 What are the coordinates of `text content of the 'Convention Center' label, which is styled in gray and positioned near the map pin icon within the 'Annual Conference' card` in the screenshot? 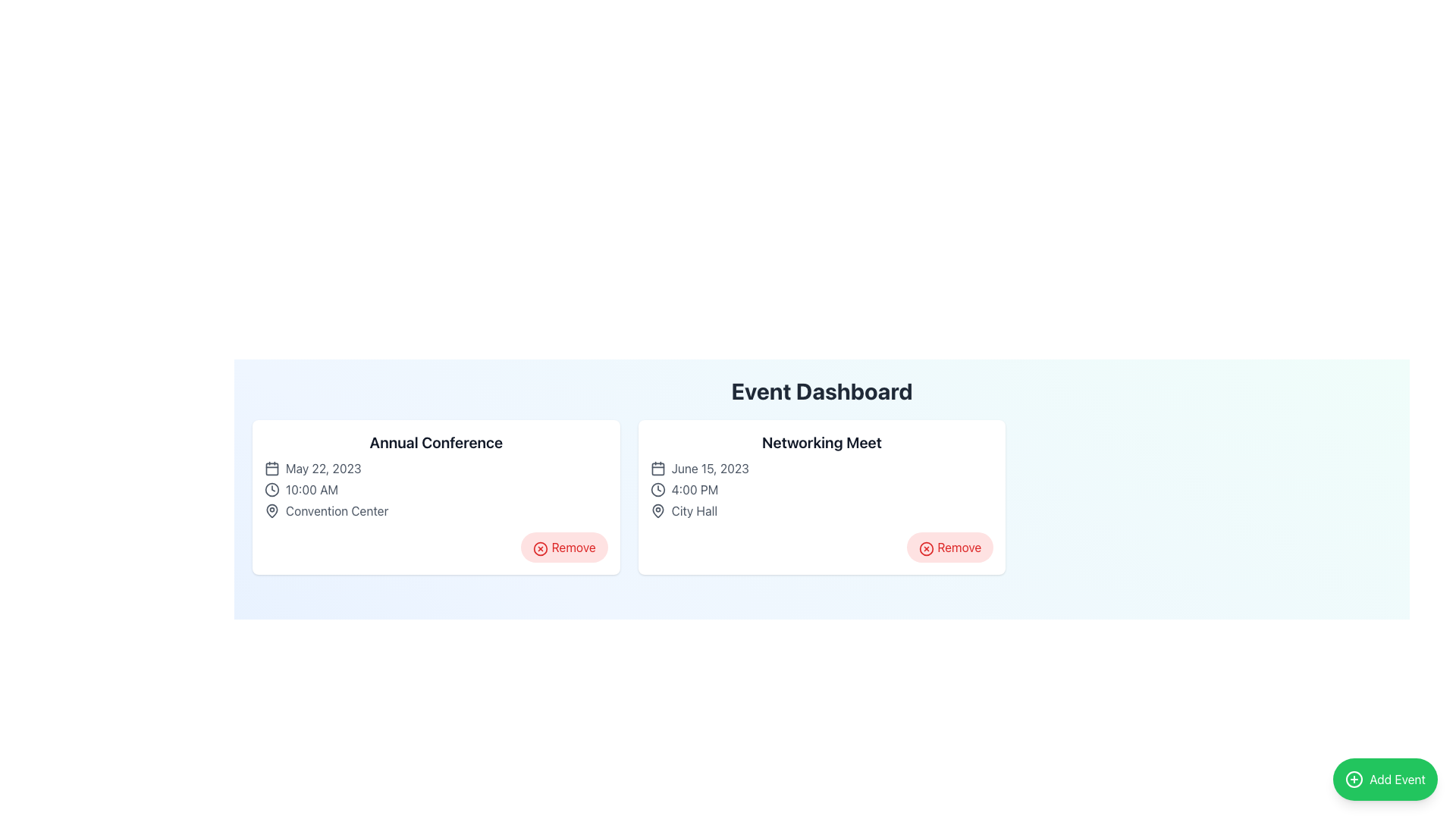 It's located at (336, 511).